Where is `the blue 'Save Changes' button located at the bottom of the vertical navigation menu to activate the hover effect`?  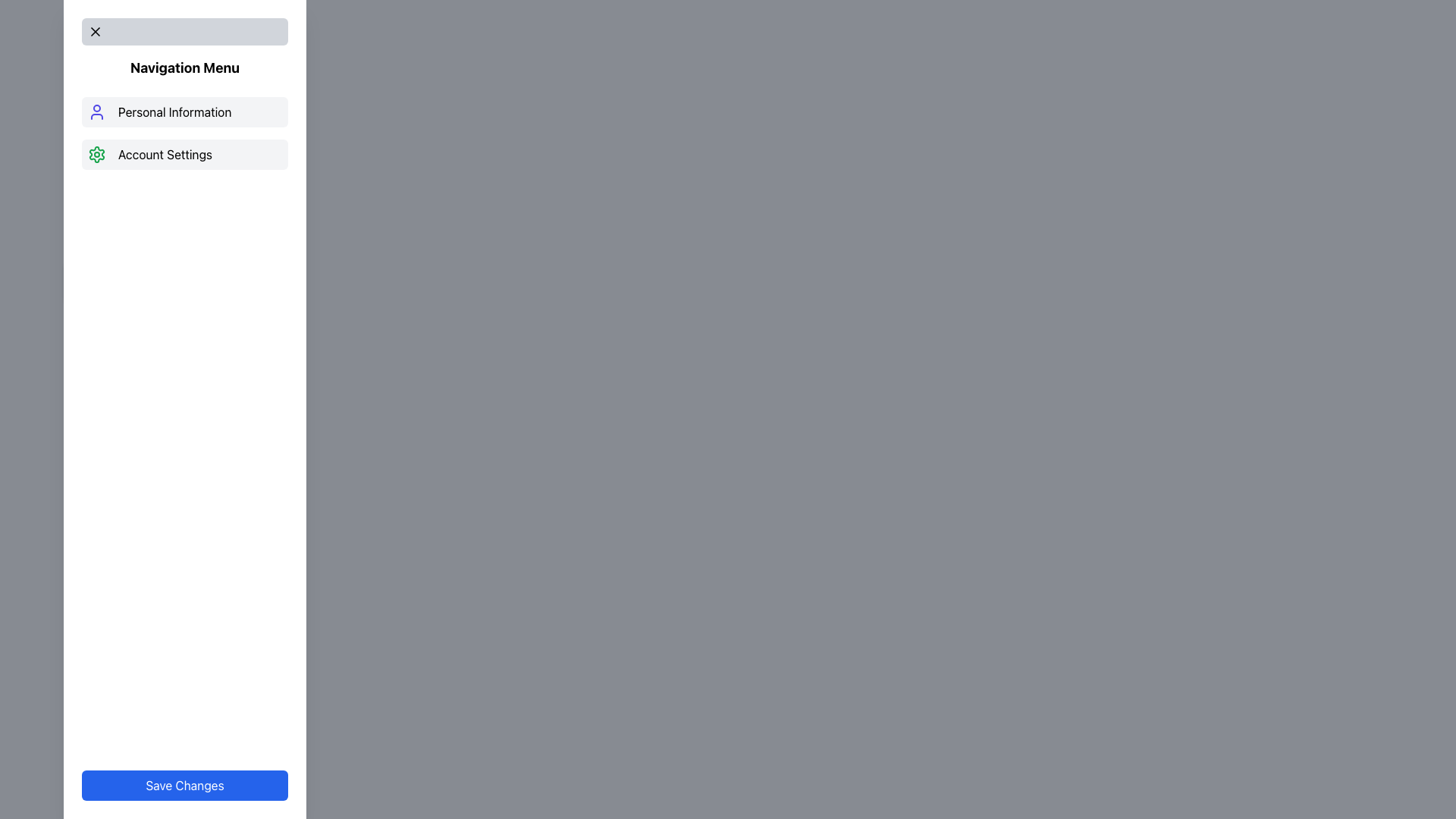 the blue 'Save Changes' button located at the bottom of the vertical navigation menu to activate the hover effect is located at coordinates (184, 785).